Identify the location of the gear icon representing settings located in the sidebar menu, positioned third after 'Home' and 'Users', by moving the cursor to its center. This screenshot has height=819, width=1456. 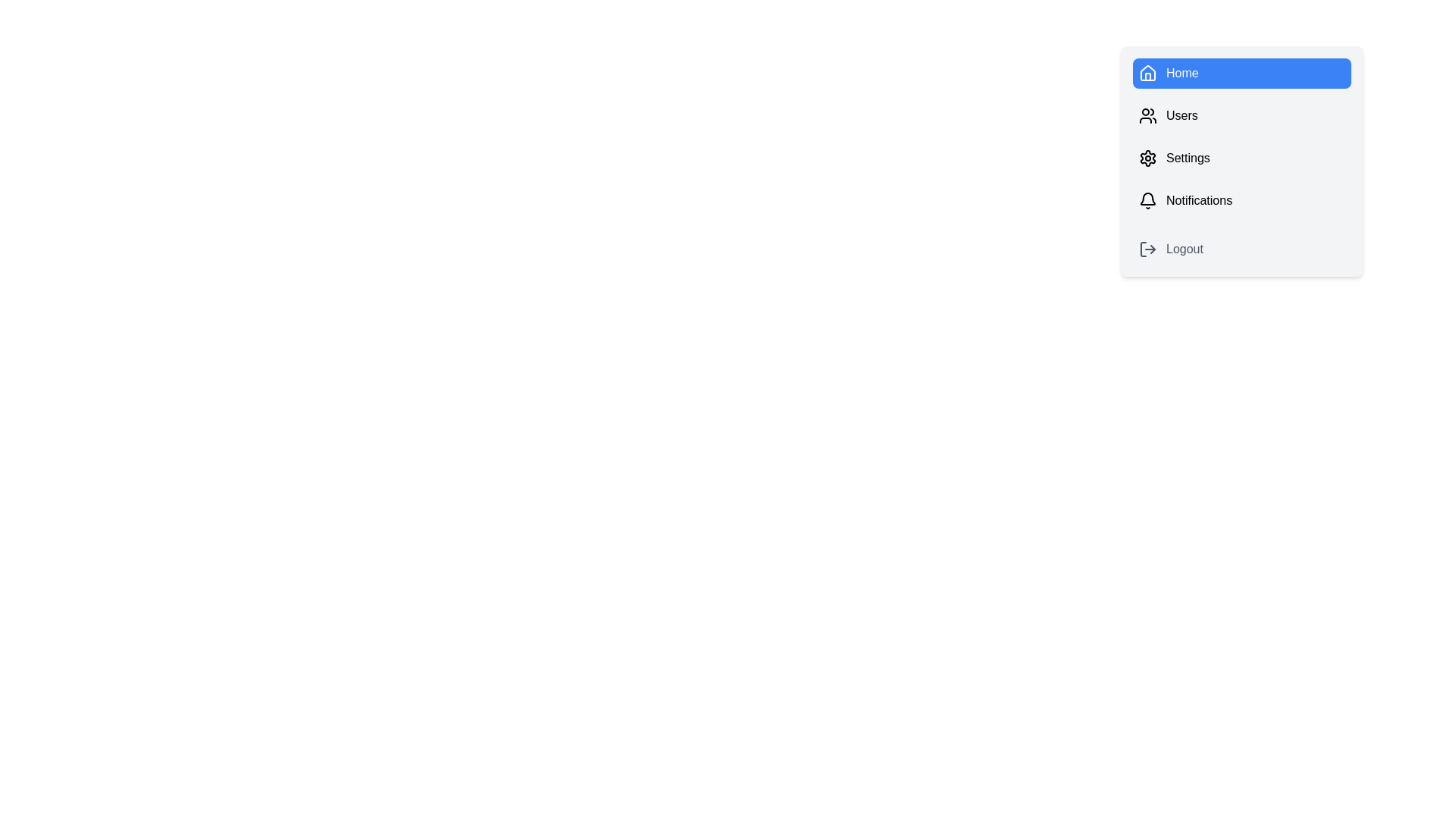
(1147, 158).